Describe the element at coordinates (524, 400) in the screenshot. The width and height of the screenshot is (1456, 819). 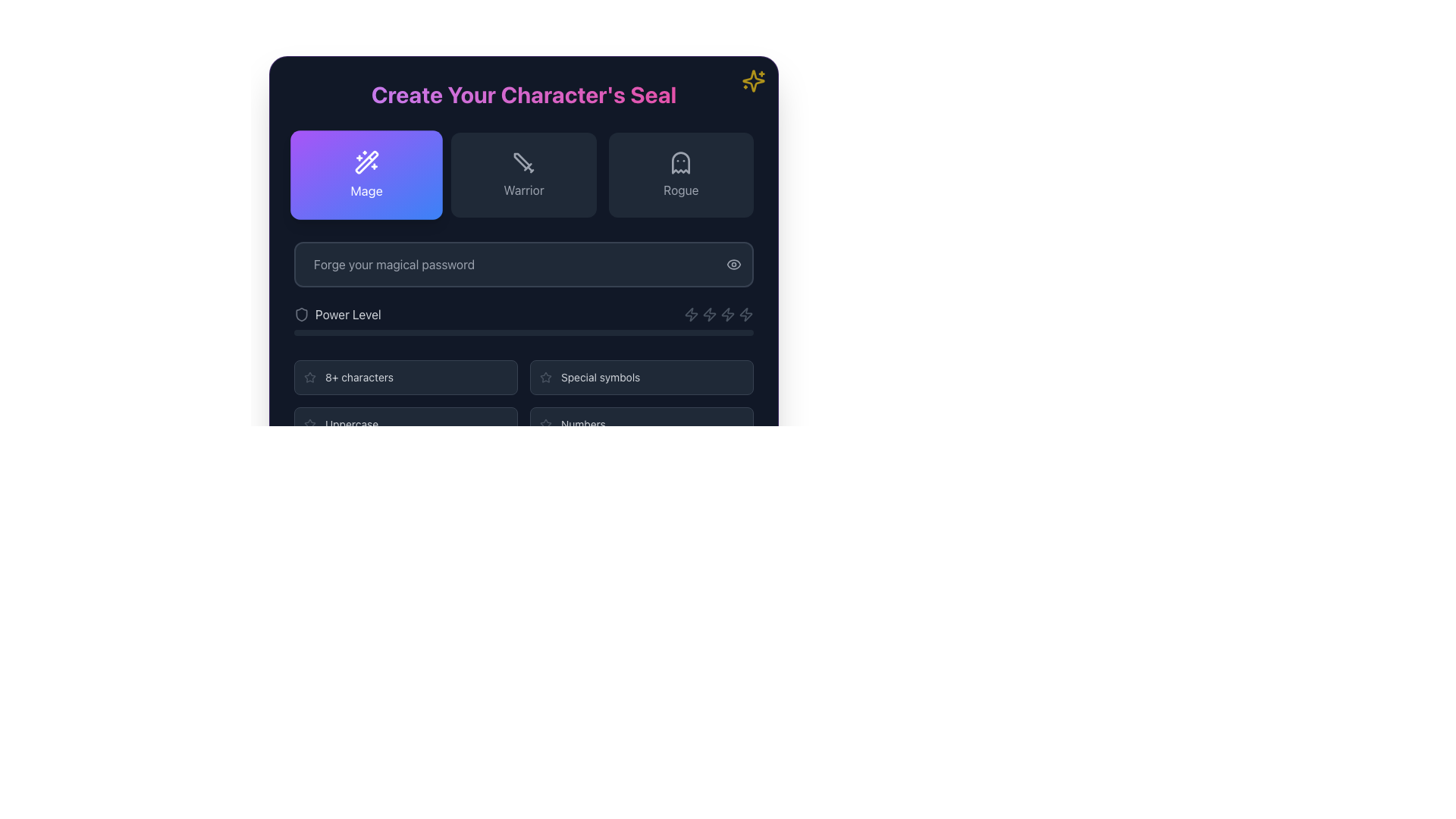
I see `the grid layout containing status indicators such as '8+ characters', 'Special symbols', 'Uppercase', and 'Numbers'` at that location.